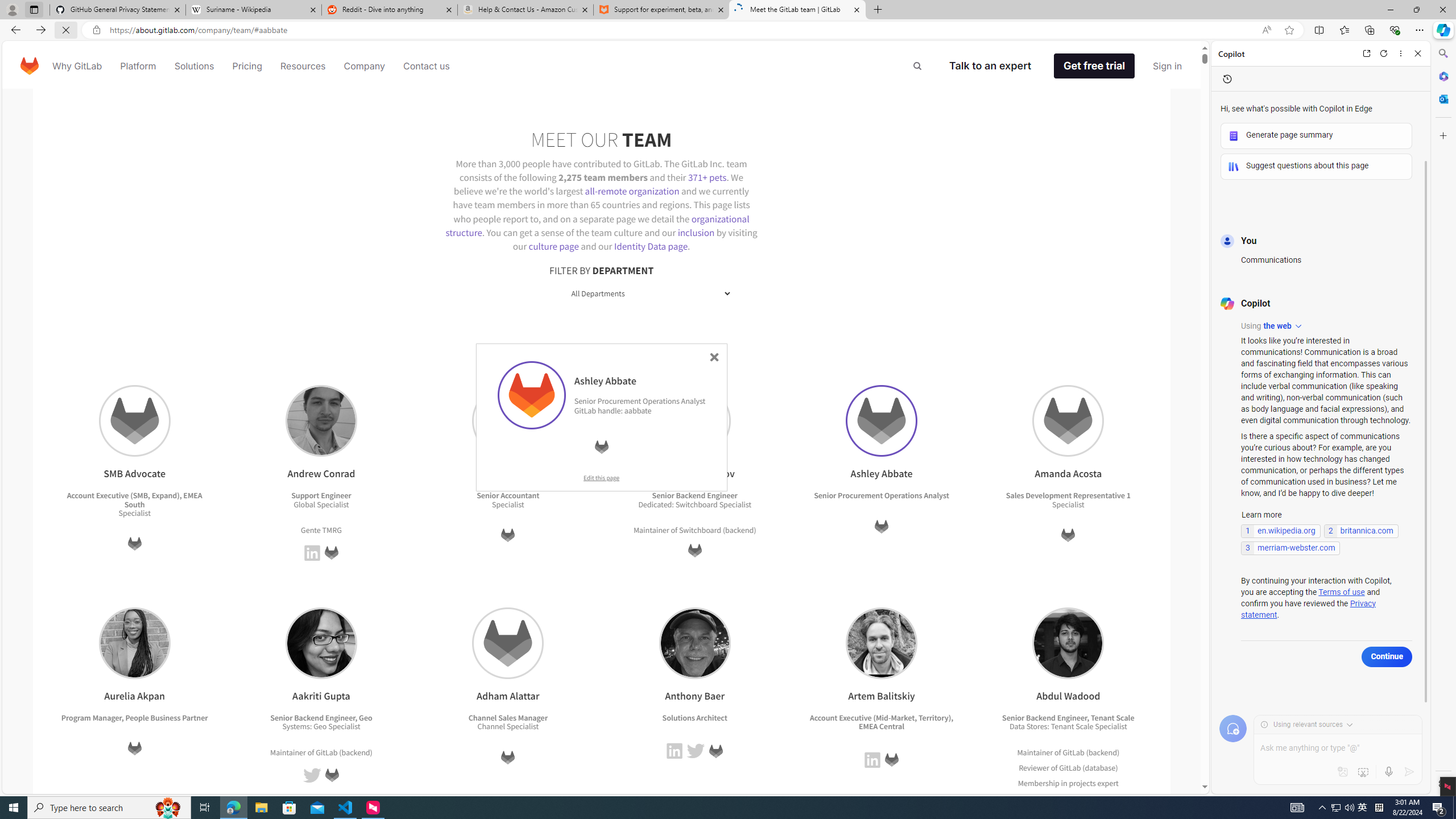  I want to click on 'Company', so click(364, 65).